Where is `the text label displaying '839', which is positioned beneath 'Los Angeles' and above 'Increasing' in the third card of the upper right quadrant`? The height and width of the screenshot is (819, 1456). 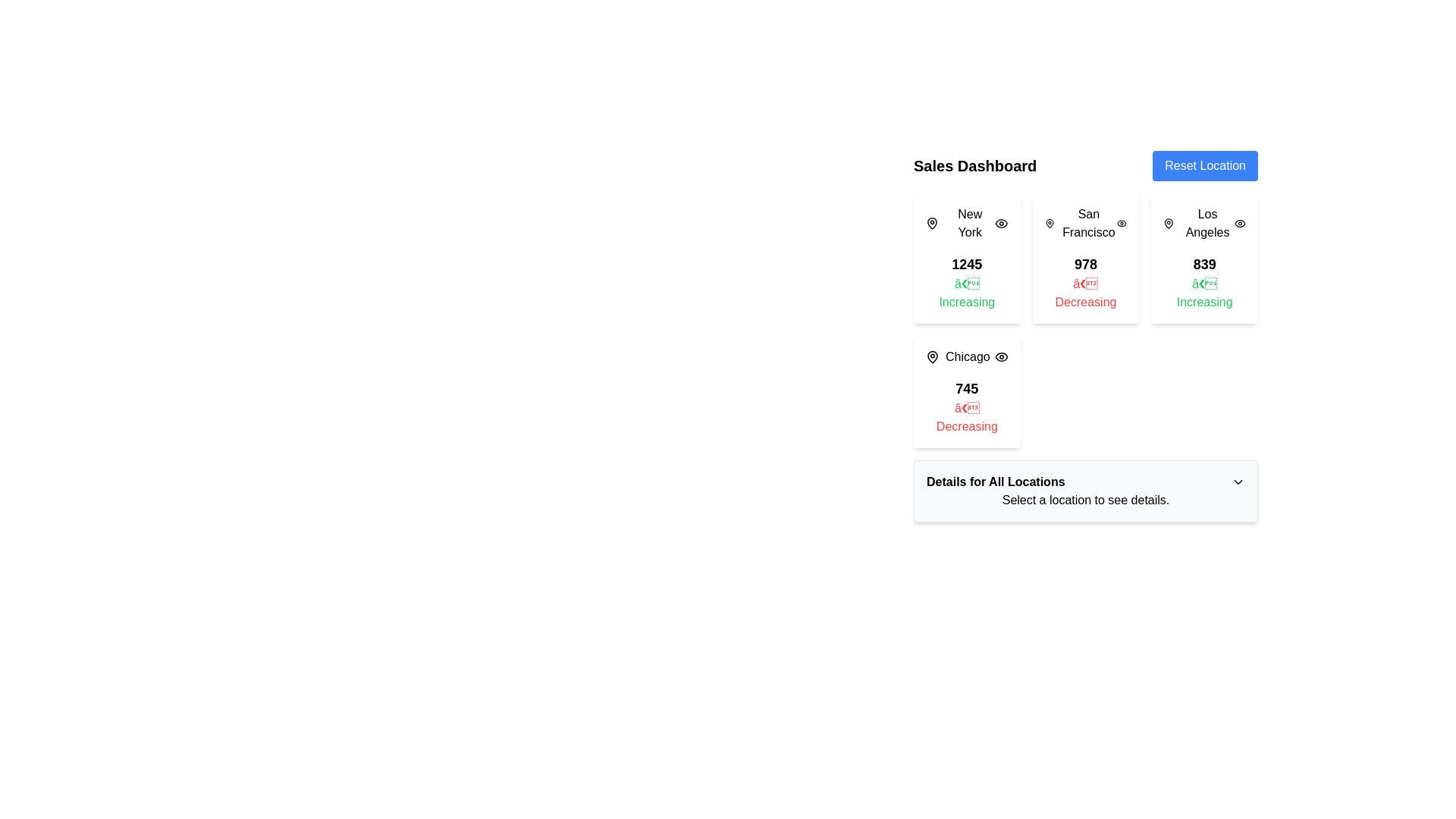
the text label displaying '839', which is positioned beneath 'Los Angeles' and above 'Increasing' in the third card of the upper right quadrant is located at coordinates (1203, 263).